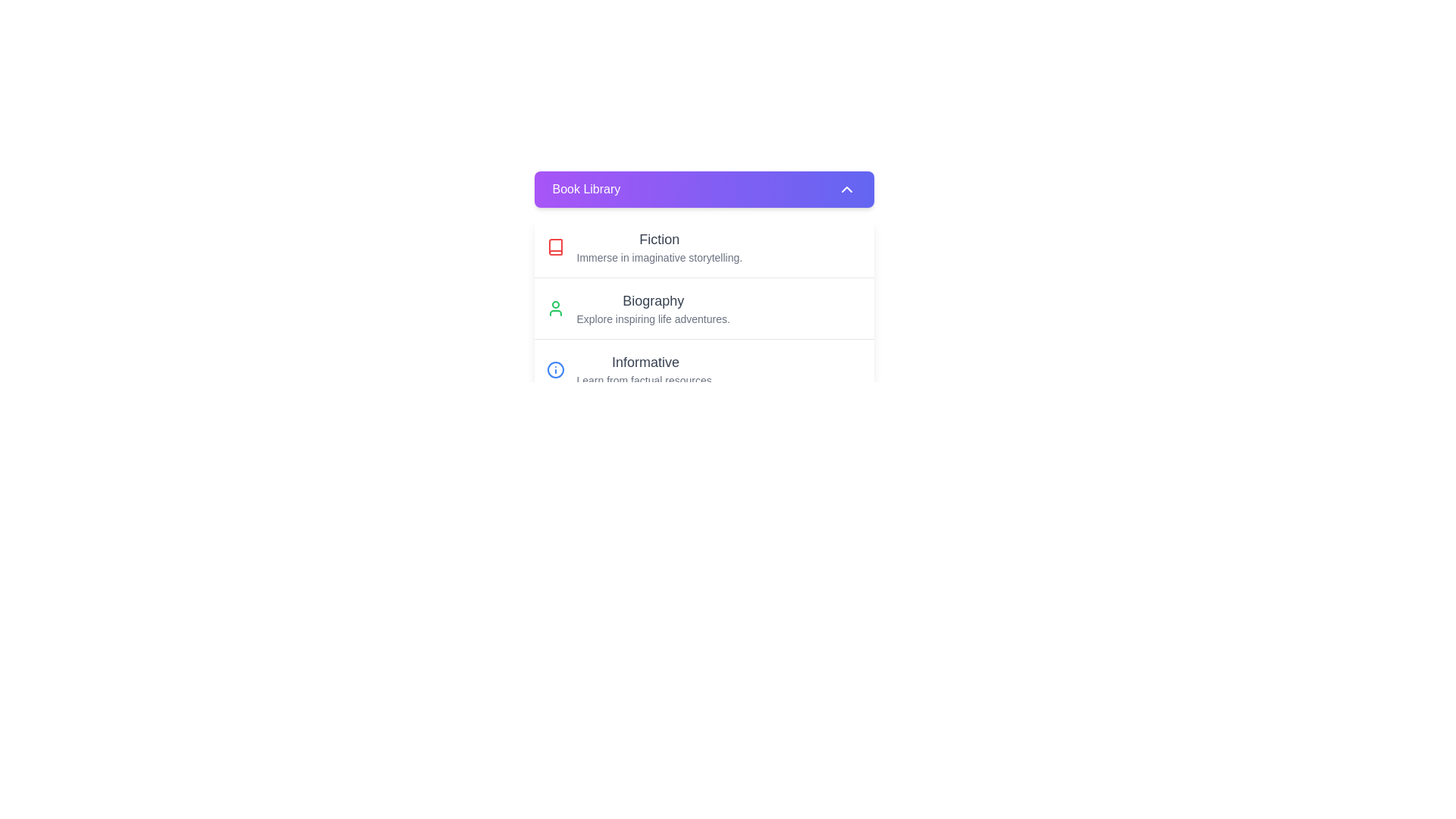 The image size is (1456, 819). Describe the element at coordinates (554, 308) in the screenshot. I see `the user icon, which is an outline of a person styled in green, located to the left of the 'Biography' text in the list item describing the category 'Biography'` at that location.